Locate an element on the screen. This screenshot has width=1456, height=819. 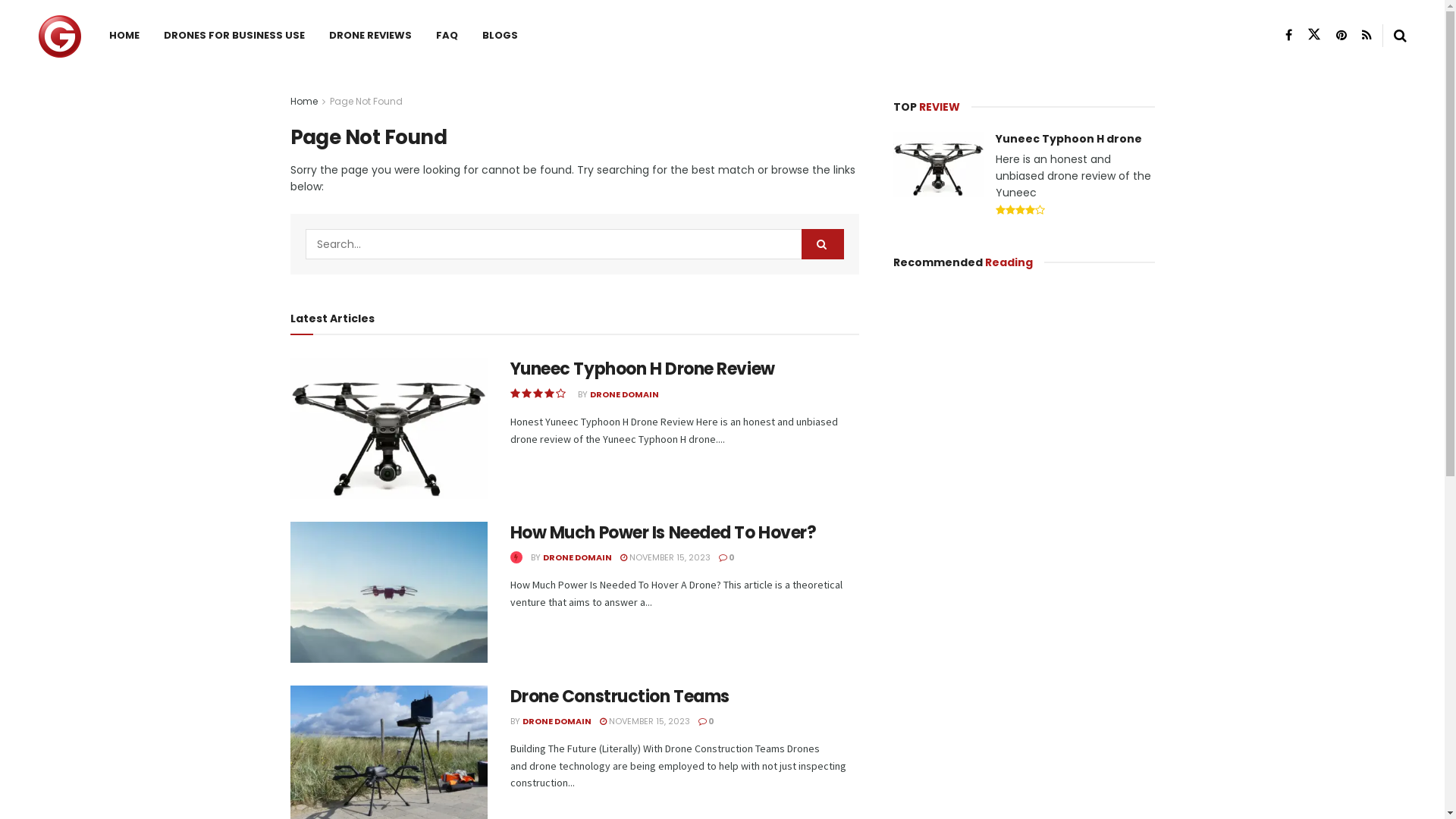
'How Much Power Is Needed To Hover?' is located at coordinates (662, 532).